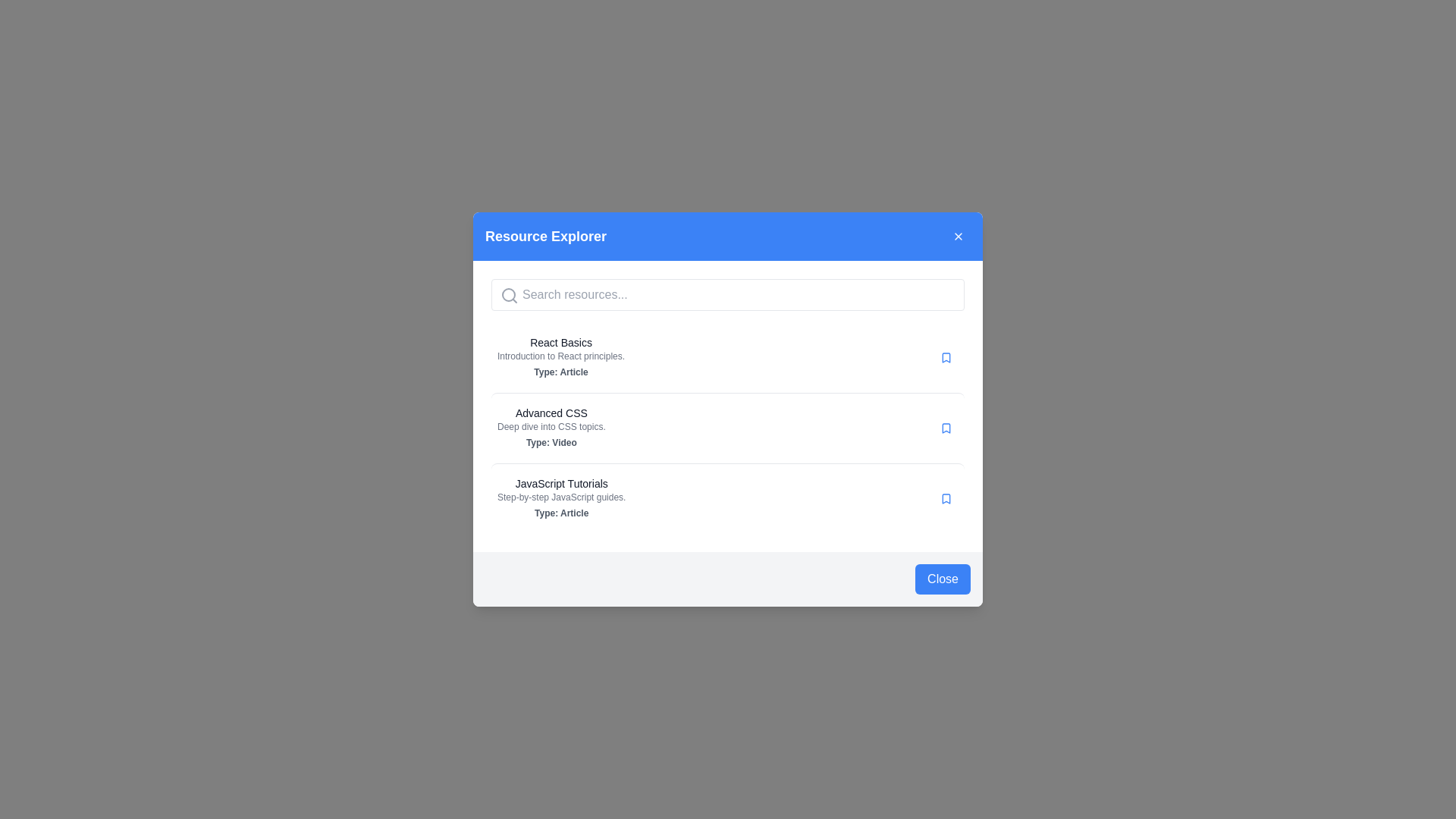 This screenshot has height=819, width=1456. Describe the element at coordinates (509, 295) in the screenshot. I see `the circular outline of the magnifying glass icon, which is part of the search functionality located at the top of the modal dialog` at that location.